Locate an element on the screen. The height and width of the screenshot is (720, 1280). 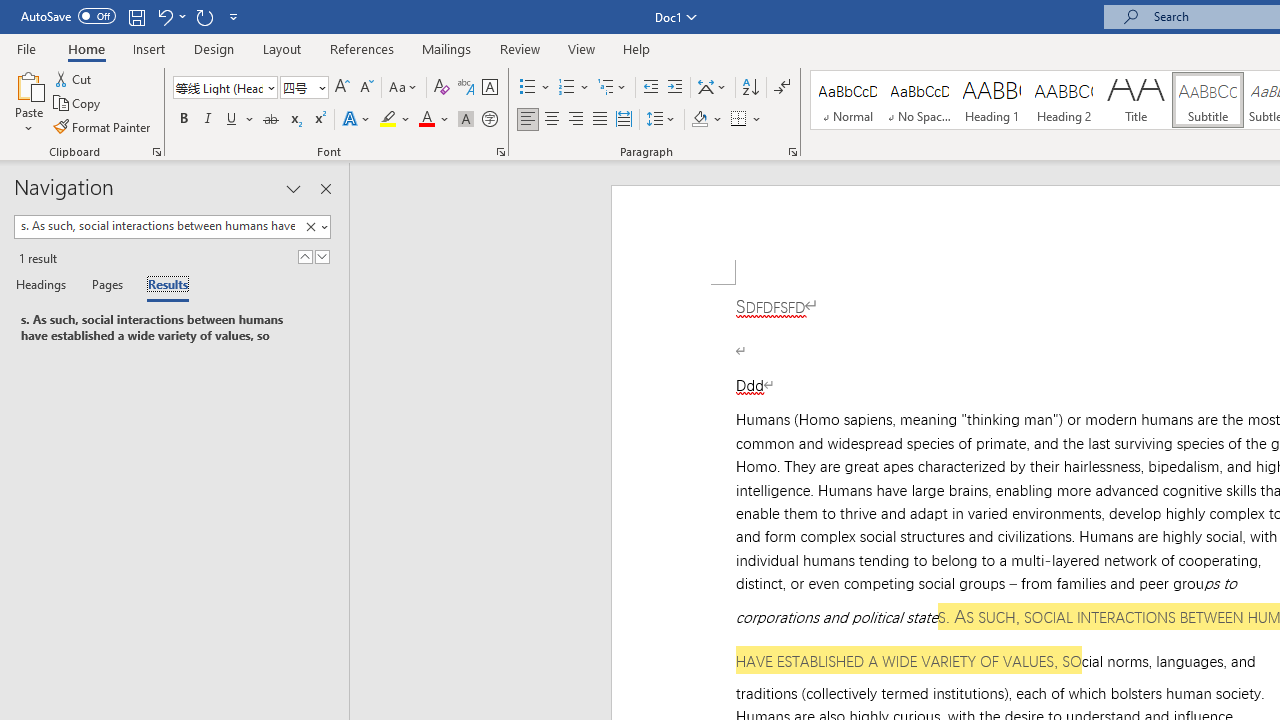
'Heading 2' is located at coordinates (1062, 100).